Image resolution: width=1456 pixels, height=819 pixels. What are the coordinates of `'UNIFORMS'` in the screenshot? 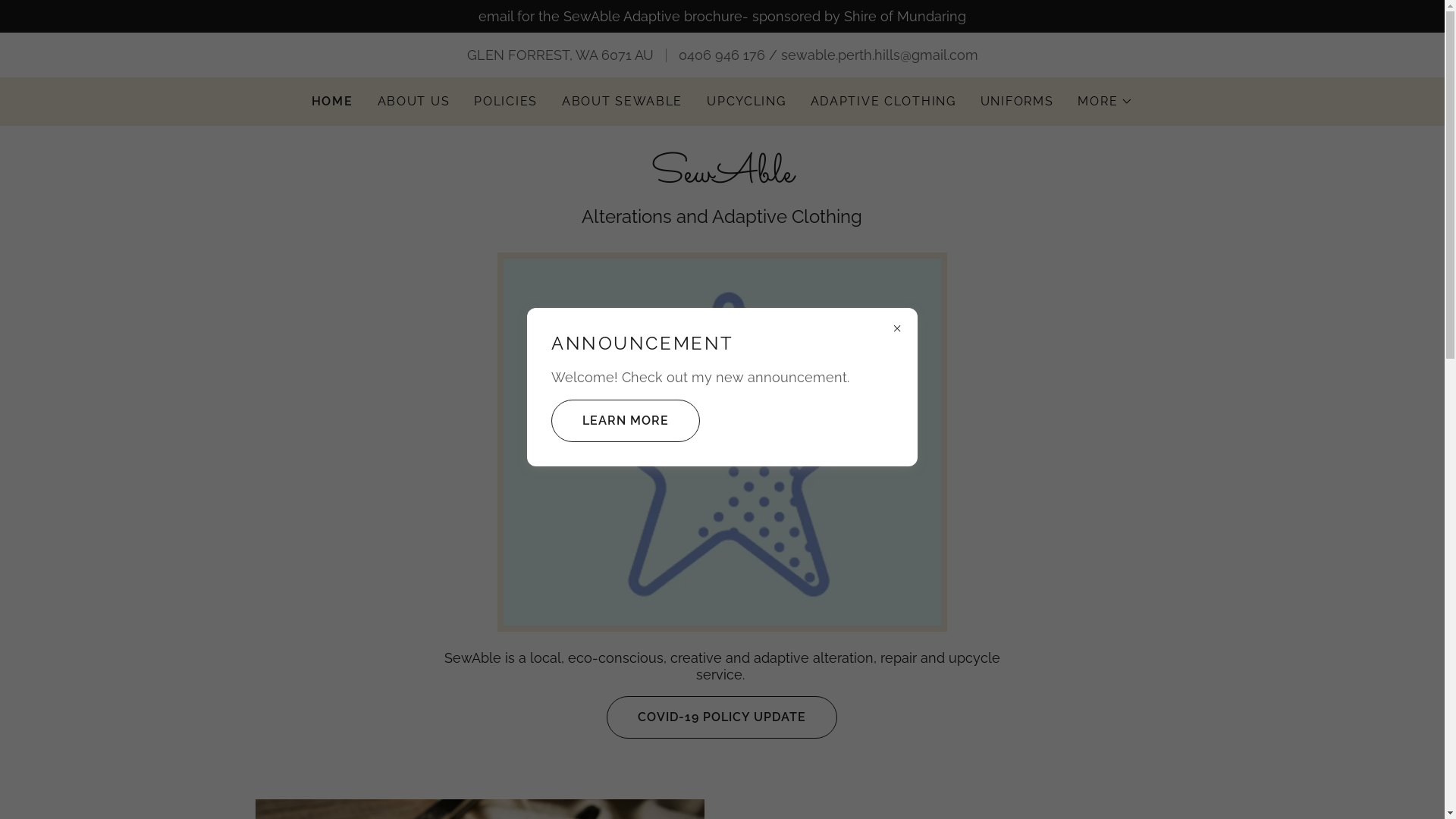 It's located at (1017, 102).